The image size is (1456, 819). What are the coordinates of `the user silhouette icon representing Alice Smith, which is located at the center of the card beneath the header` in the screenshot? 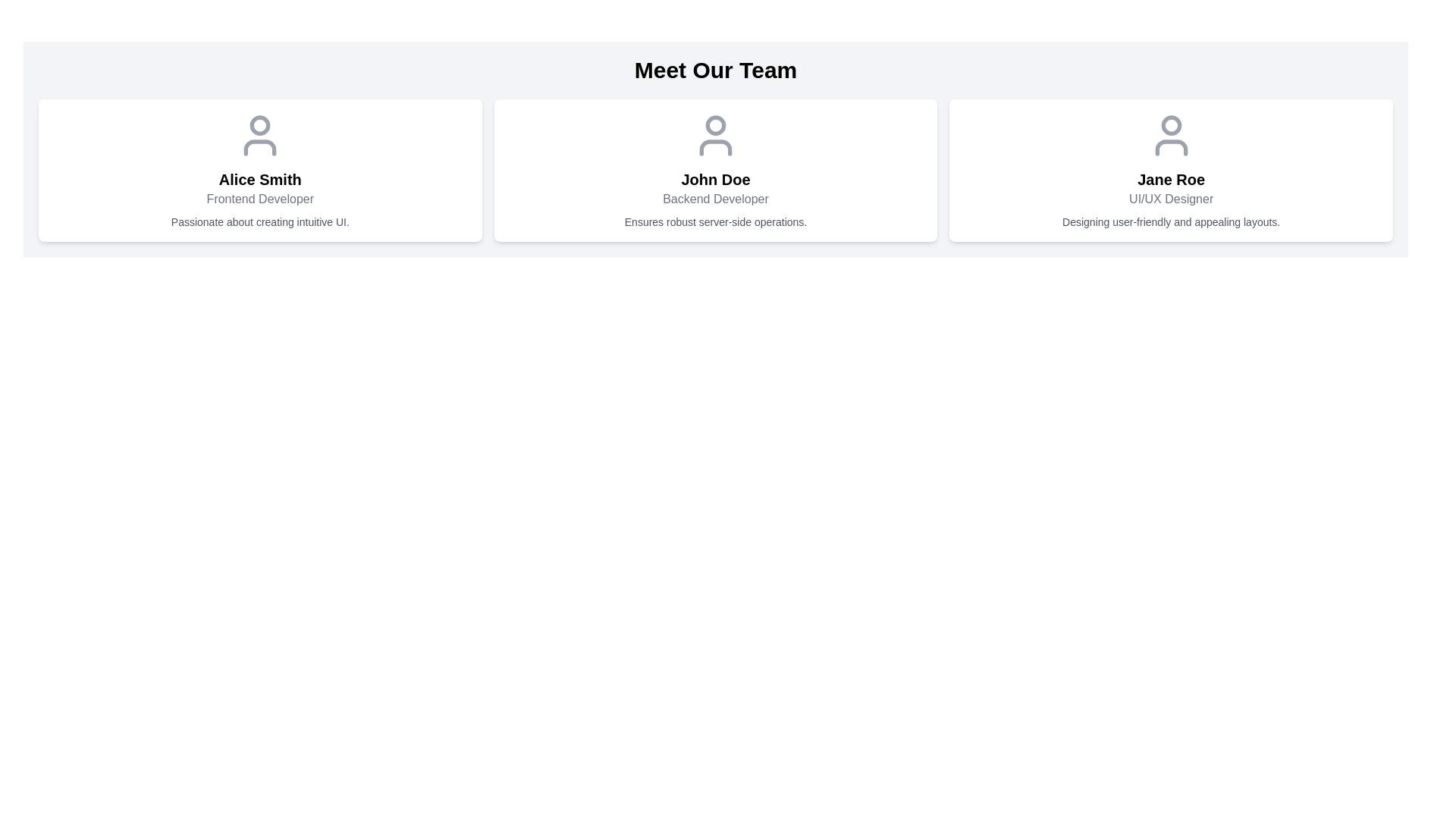 It's located at (260, 134).